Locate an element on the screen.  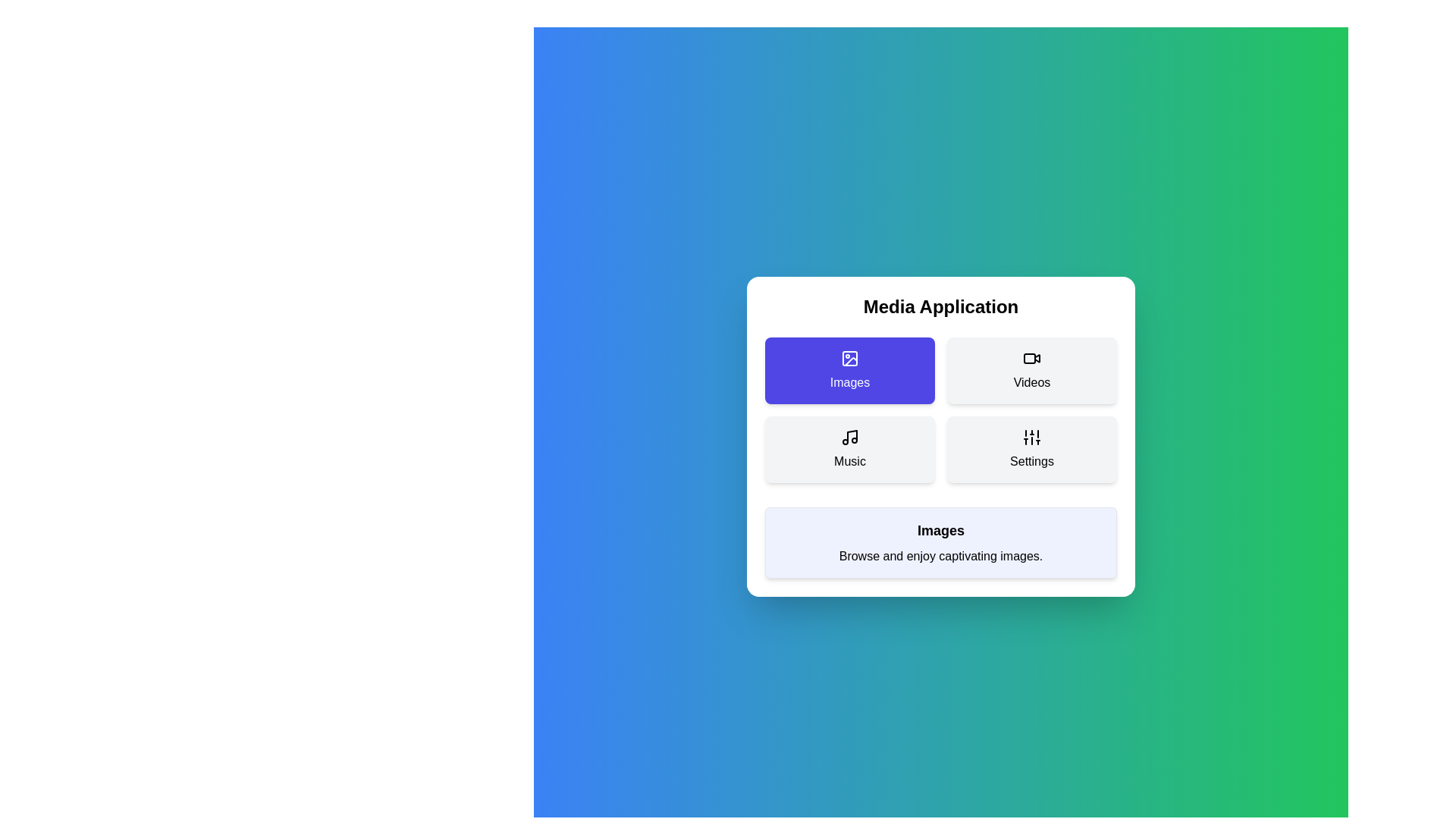
the menu item Videos to see its hover effect is located at coordinates (1031, 371).